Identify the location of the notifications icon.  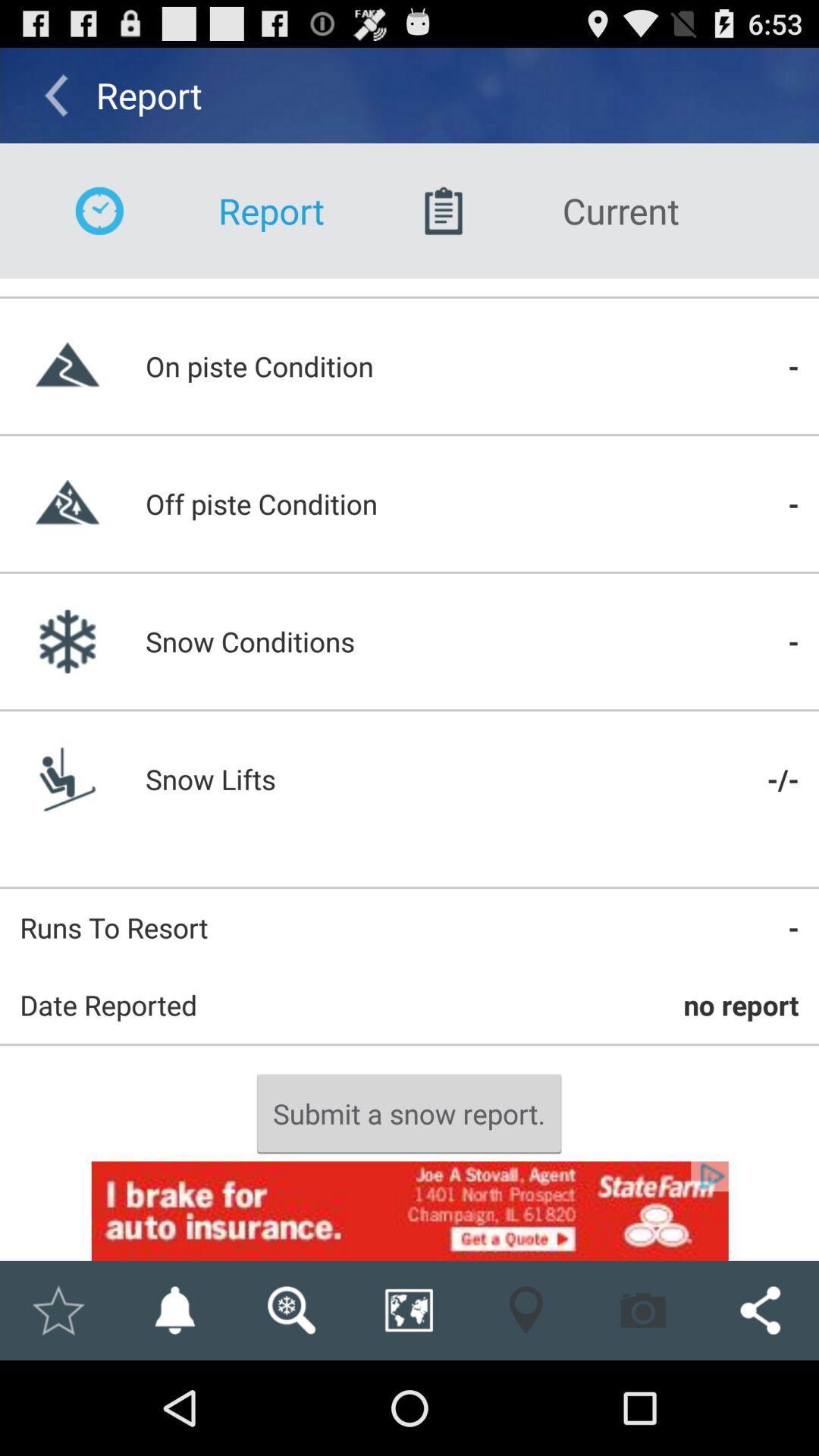
(174, 1401).